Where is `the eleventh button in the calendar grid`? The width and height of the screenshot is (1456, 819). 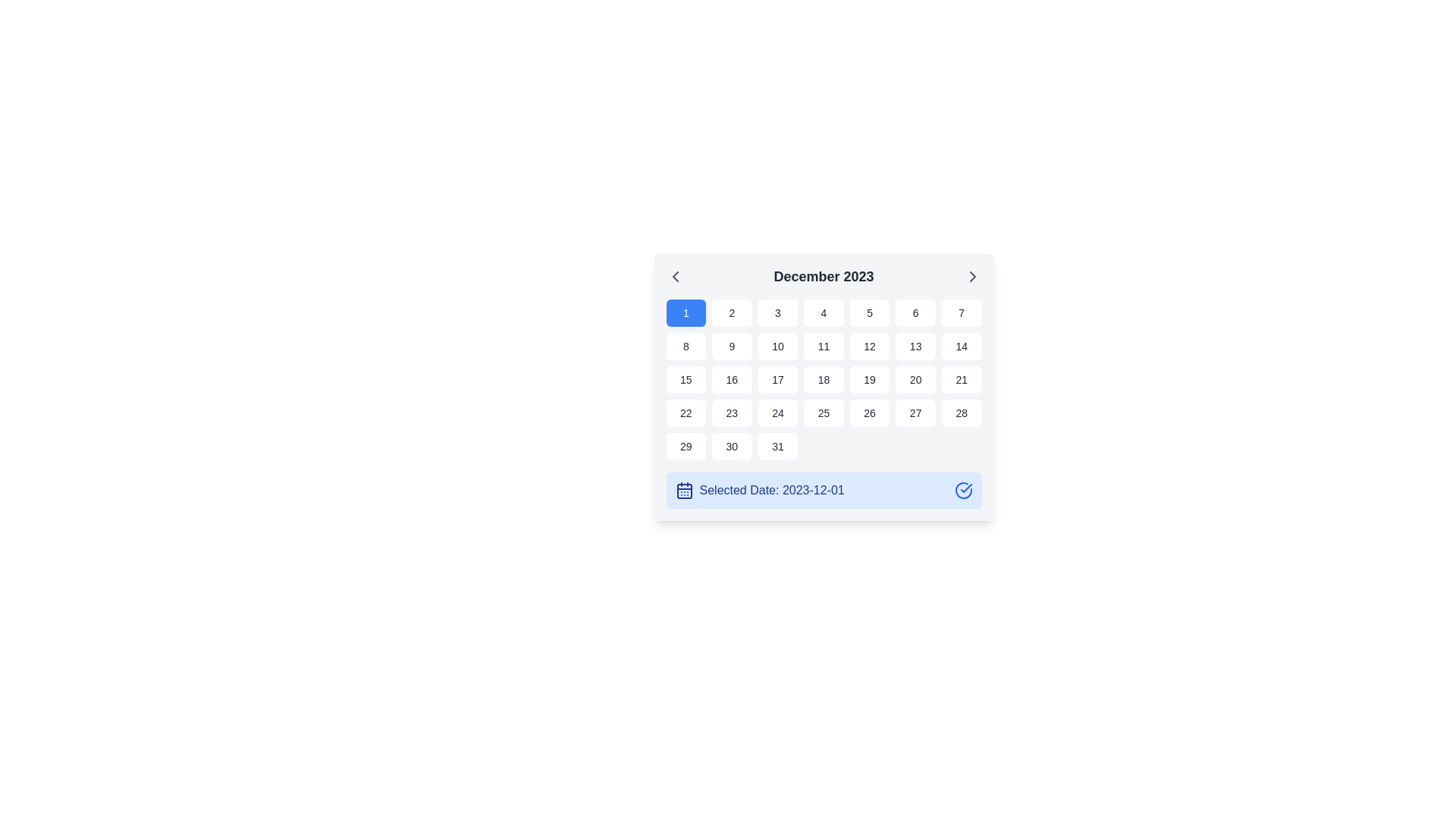 the eleventh button in the calendar grid is located at coordinates (823, 346).